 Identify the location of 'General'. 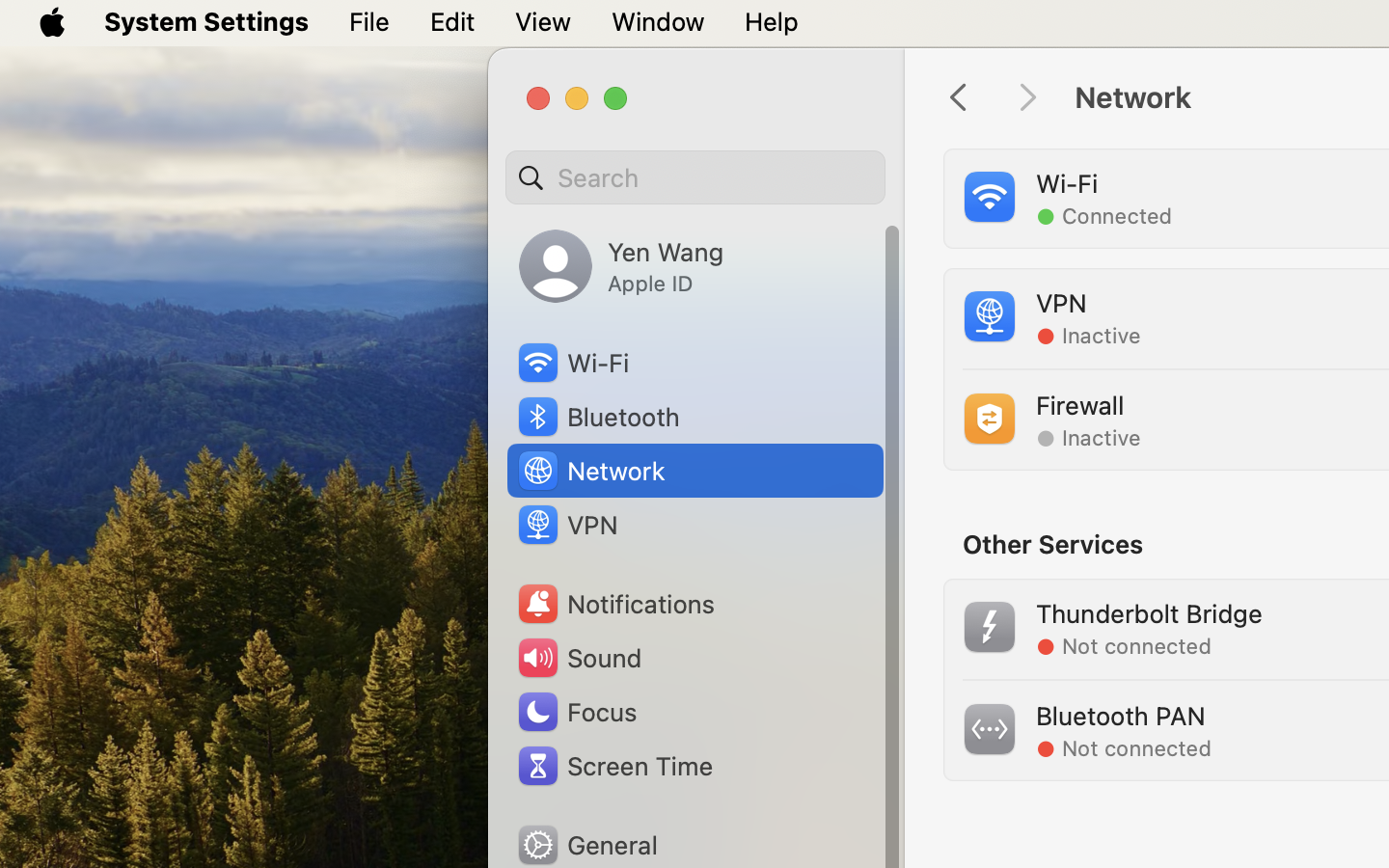
(585, 844).